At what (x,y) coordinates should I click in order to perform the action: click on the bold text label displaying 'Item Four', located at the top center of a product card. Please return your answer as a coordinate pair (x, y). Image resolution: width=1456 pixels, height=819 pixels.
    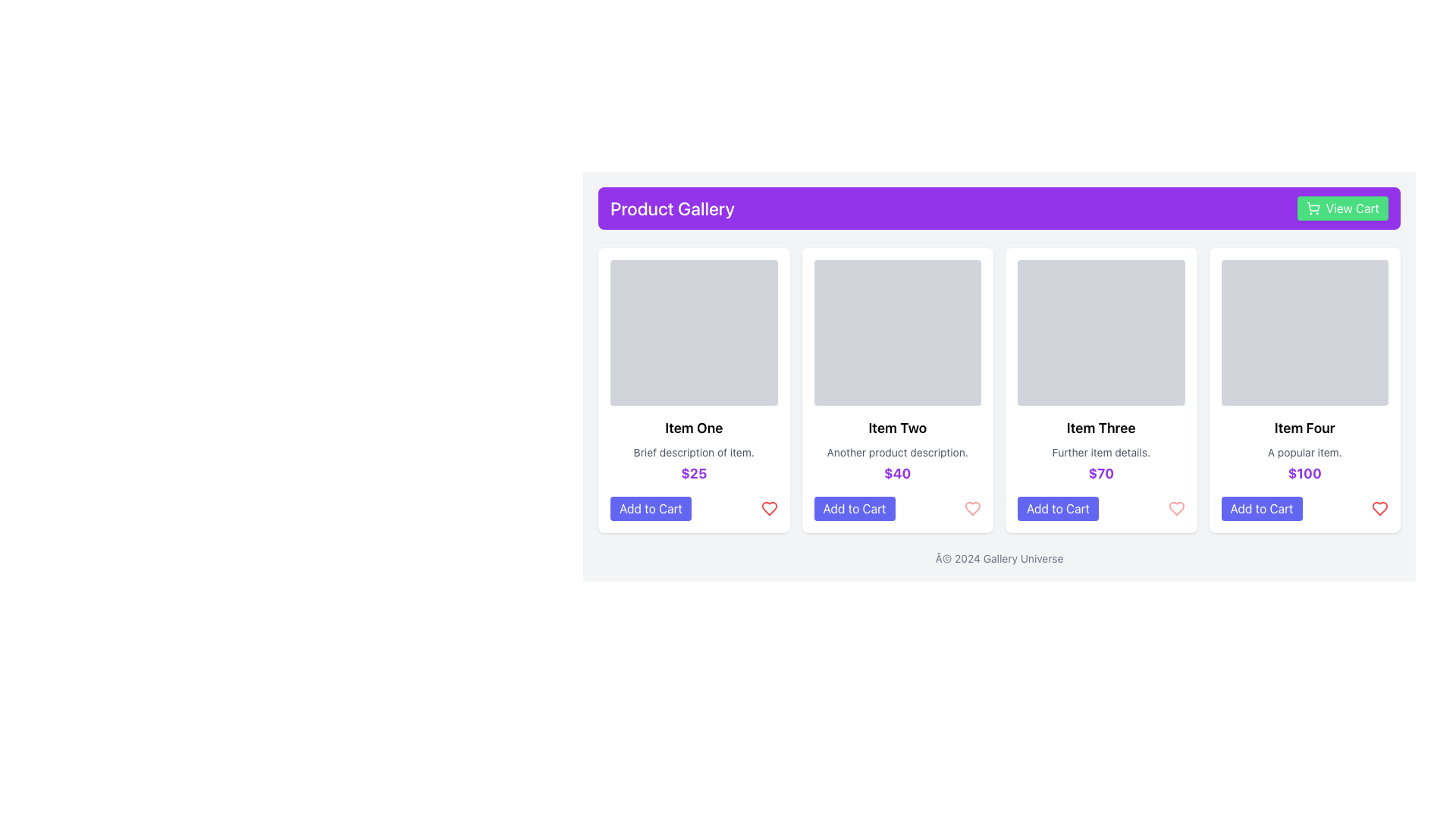
    Looking at the image, I should click on (1304, 428).